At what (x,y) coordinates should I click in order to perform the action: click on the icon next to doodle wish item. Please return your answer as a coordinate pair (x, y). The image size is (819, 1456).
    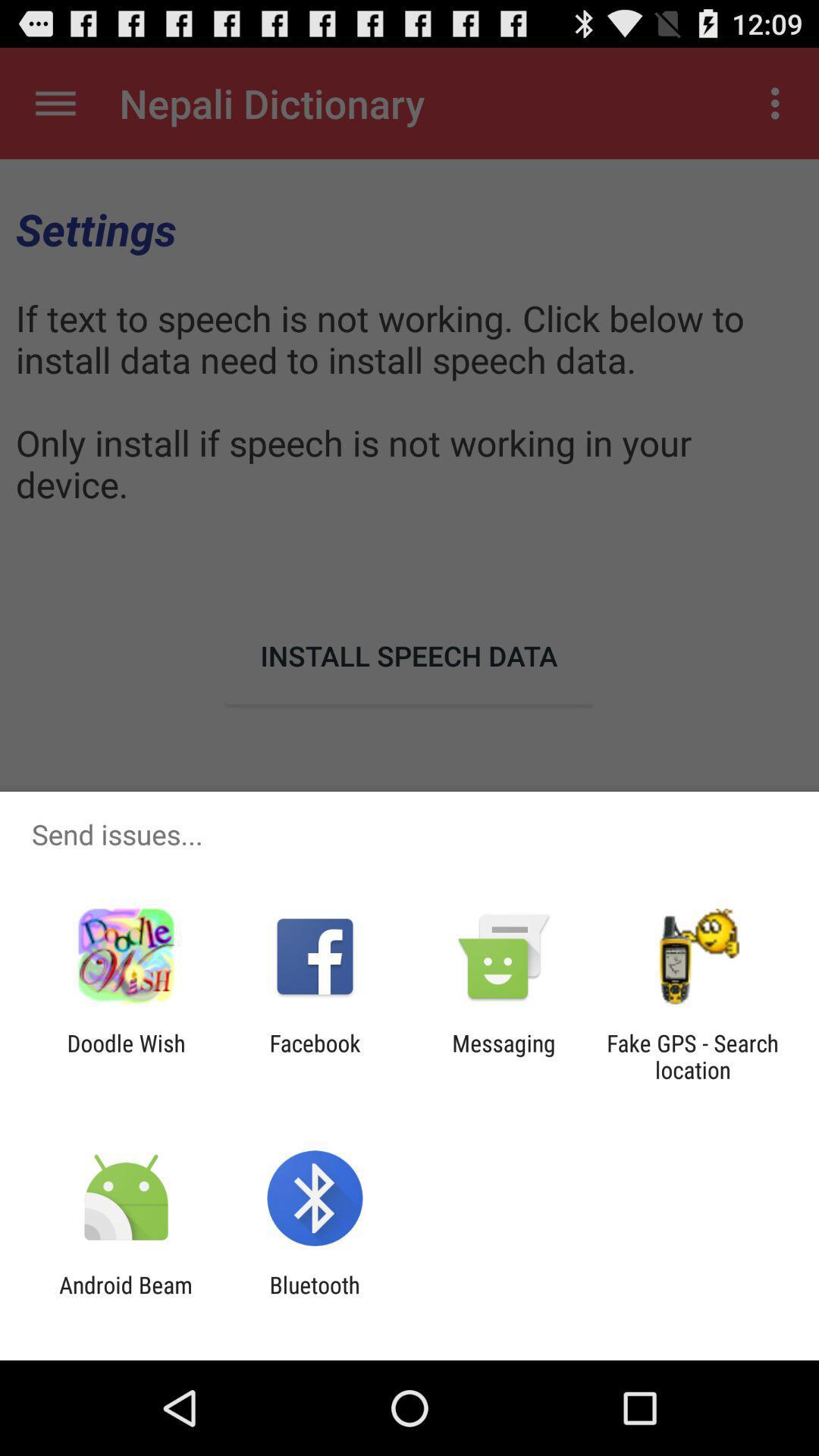
    Looking at the image, I should click on (314, 1056).